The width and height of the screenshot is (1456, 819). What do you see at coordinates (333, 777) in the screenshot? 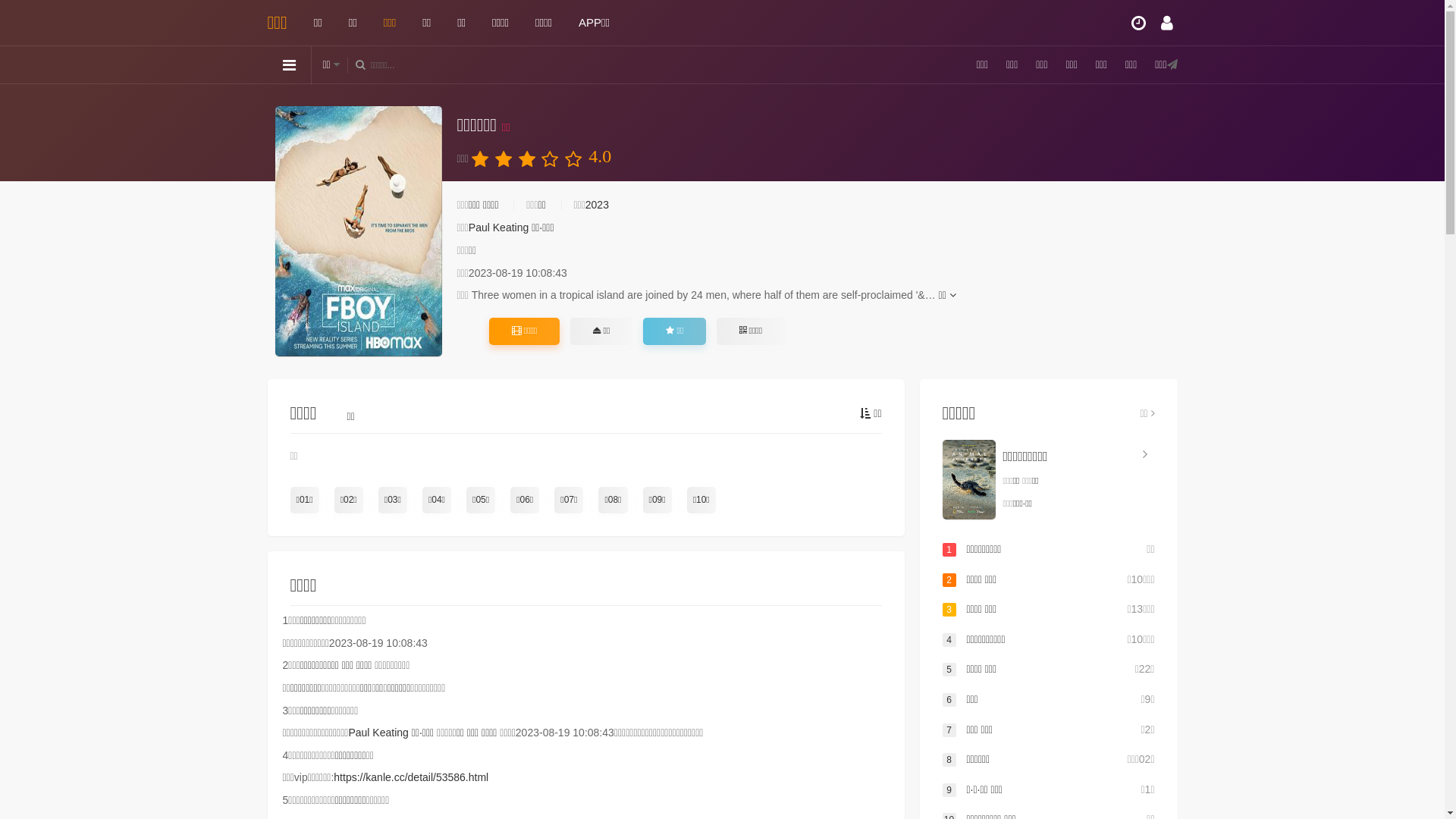
I see `'https://kanle.cc/detail/53586.html'` at bounding box center [333, 777].